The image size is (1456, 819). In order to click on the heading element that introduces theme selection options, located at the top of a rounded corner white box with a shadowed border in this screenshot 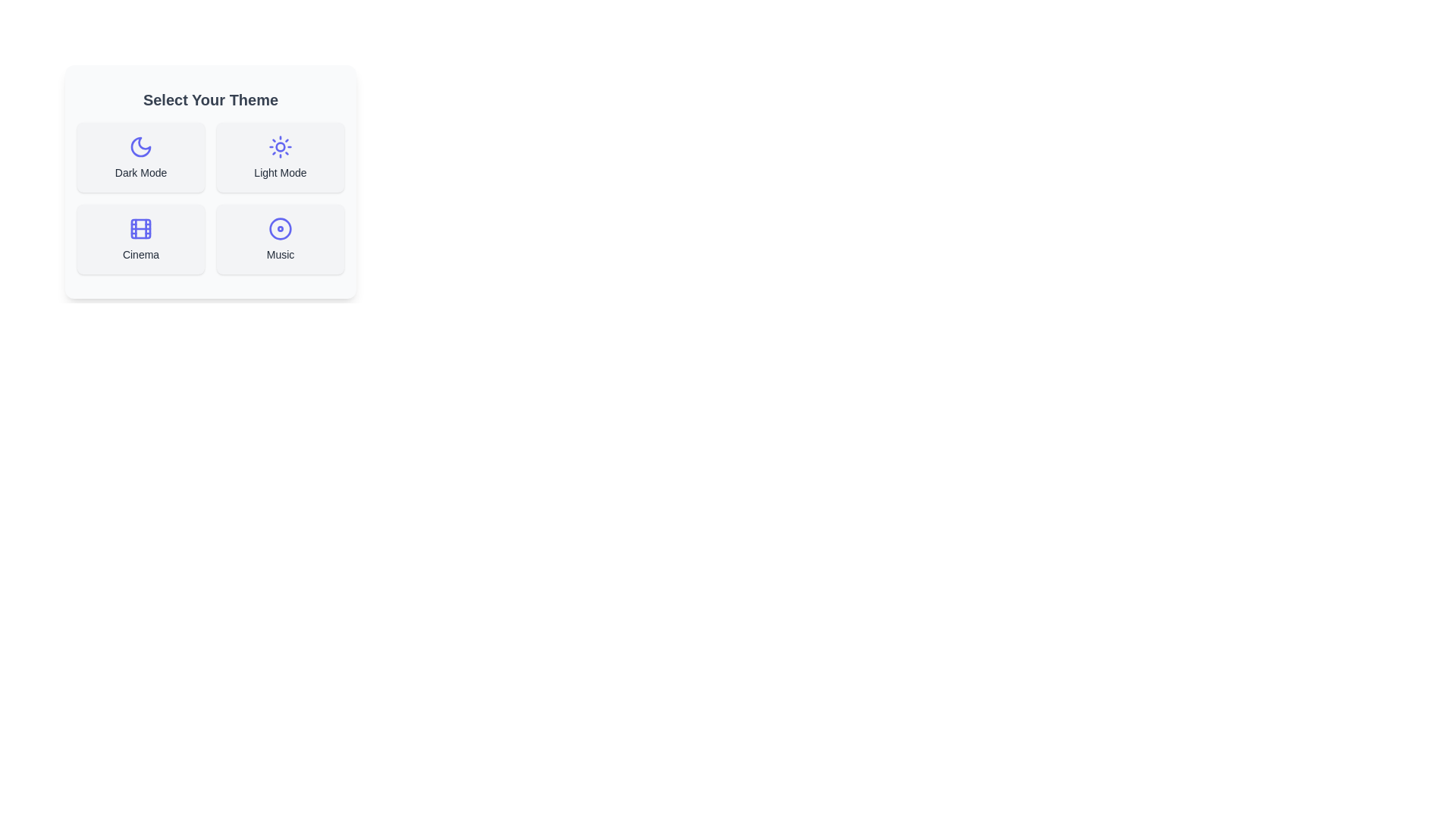, I will do `click(210, 99)`.